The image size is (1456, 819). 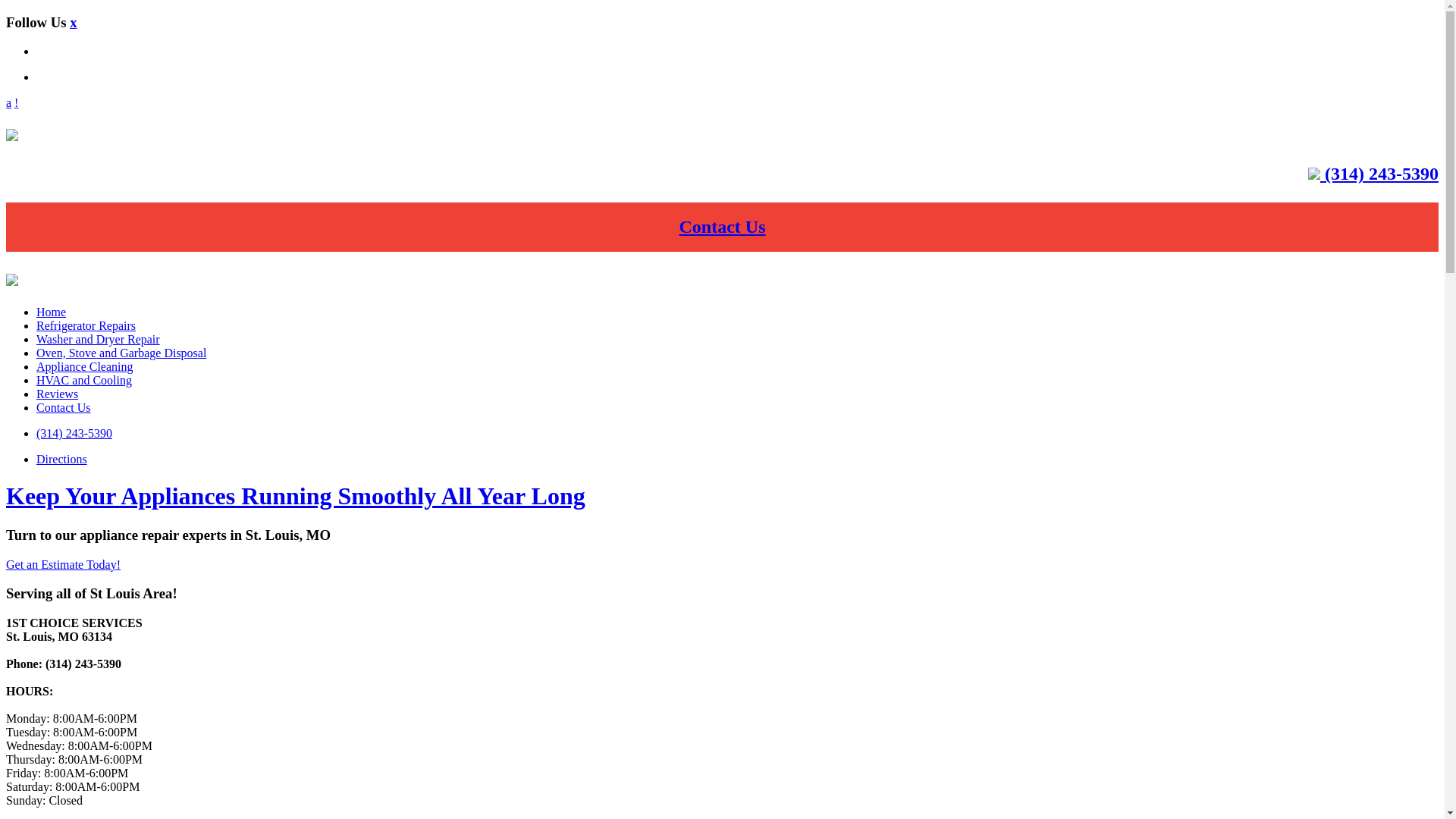 What do you see at coordinates (36, 325) in the screenshot?
I see `'Refrigerator Repairs'` at bounding box center [36, 325].